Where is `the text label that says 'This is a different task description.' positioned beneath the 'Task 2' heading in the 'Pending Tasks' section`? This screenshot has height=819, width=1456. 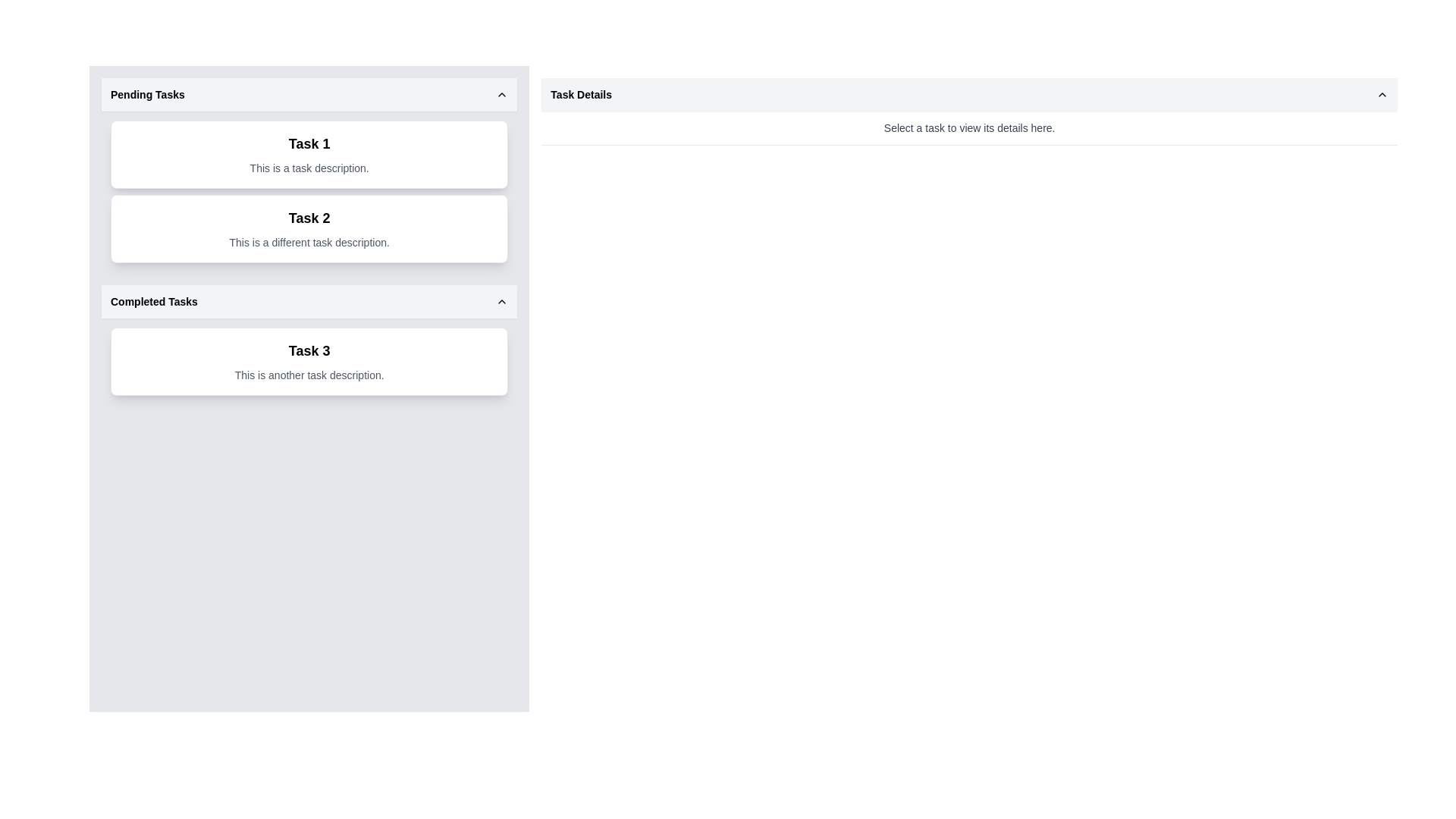
the text label that says 'This is a different task description.' positioned beneath the 'Task 2' heading in the 'Pending Tasks' section is located at coordinates (309, 242).